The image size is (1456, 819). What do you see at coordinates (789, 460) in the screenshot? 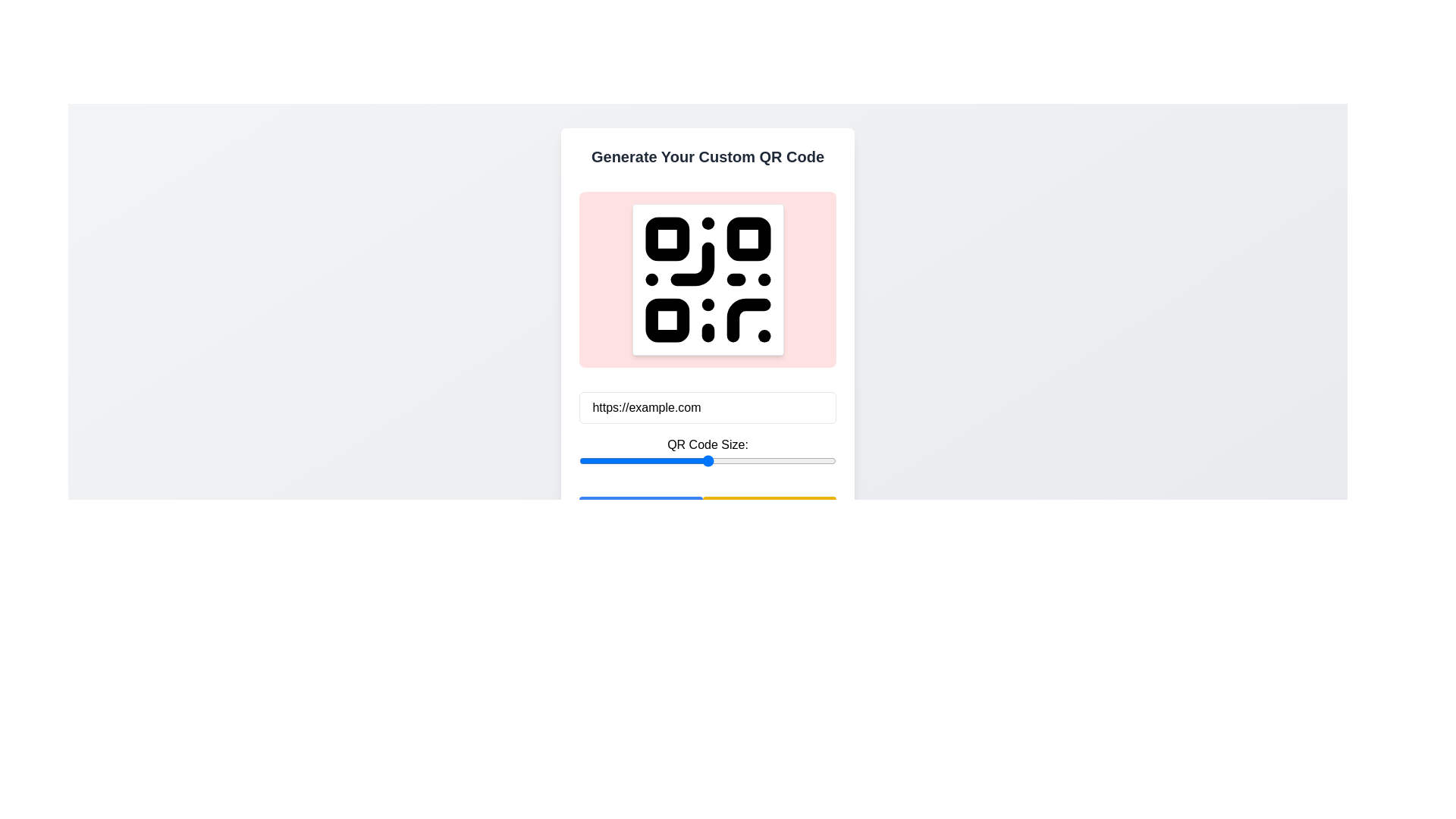
I see `QR code size` at bounding box center [789, 460].